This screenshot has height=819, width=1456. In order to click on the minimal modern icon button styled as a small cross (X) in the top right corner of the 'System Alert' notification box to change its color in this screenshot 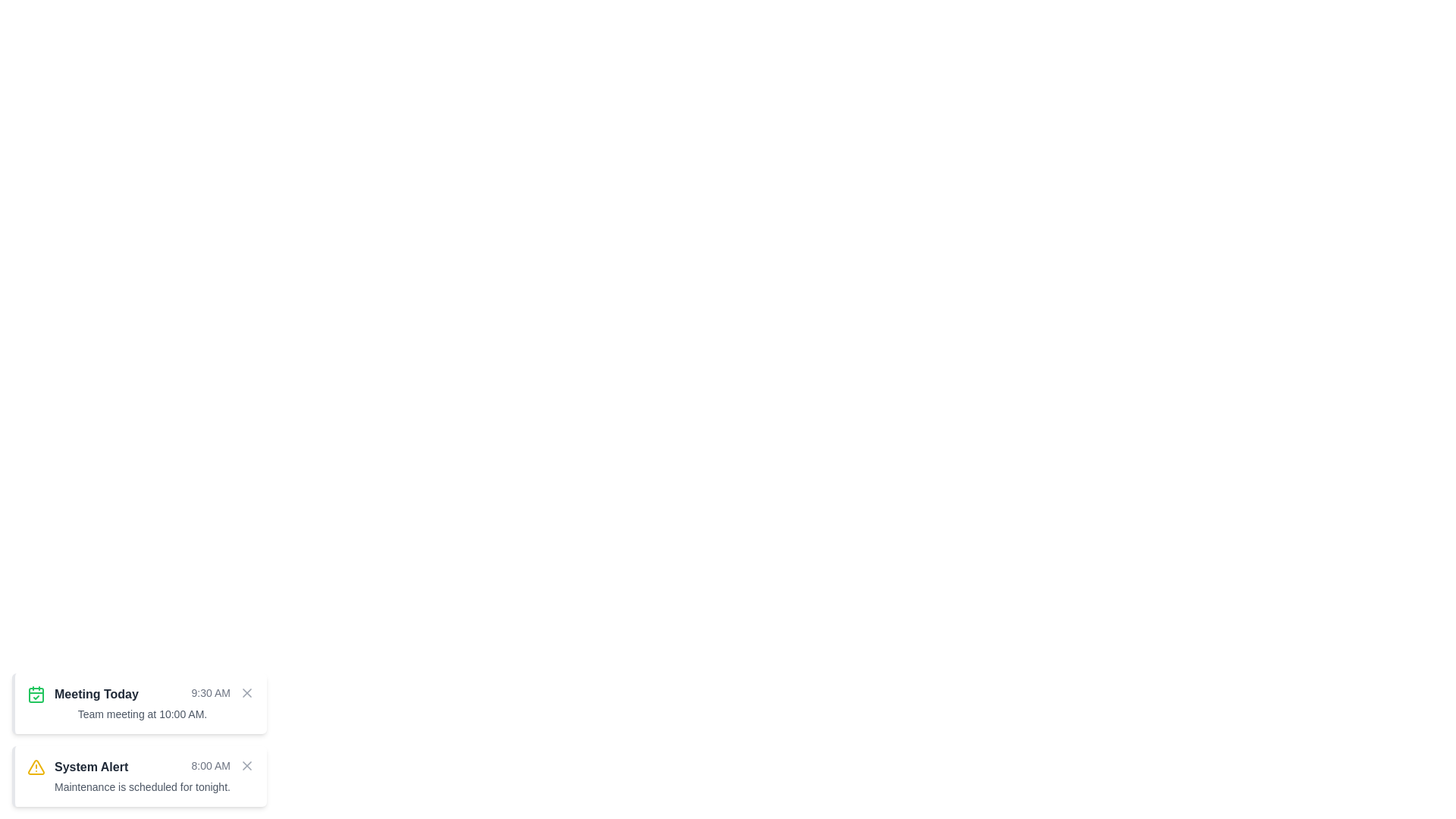, I will do `click(247, 766)`.